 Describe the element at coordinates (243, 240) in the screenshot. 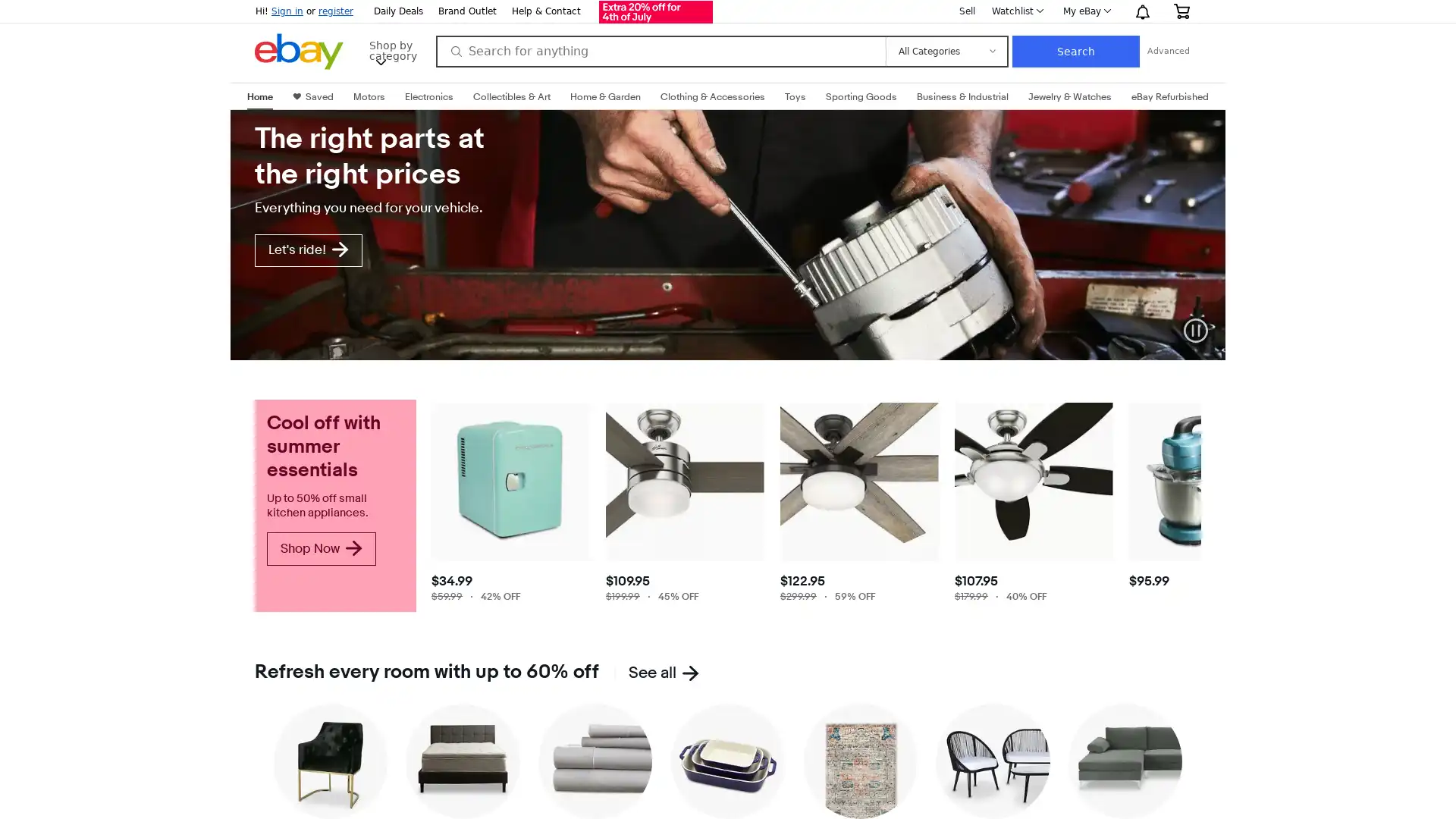

I see `Go to previous banner` at that location.